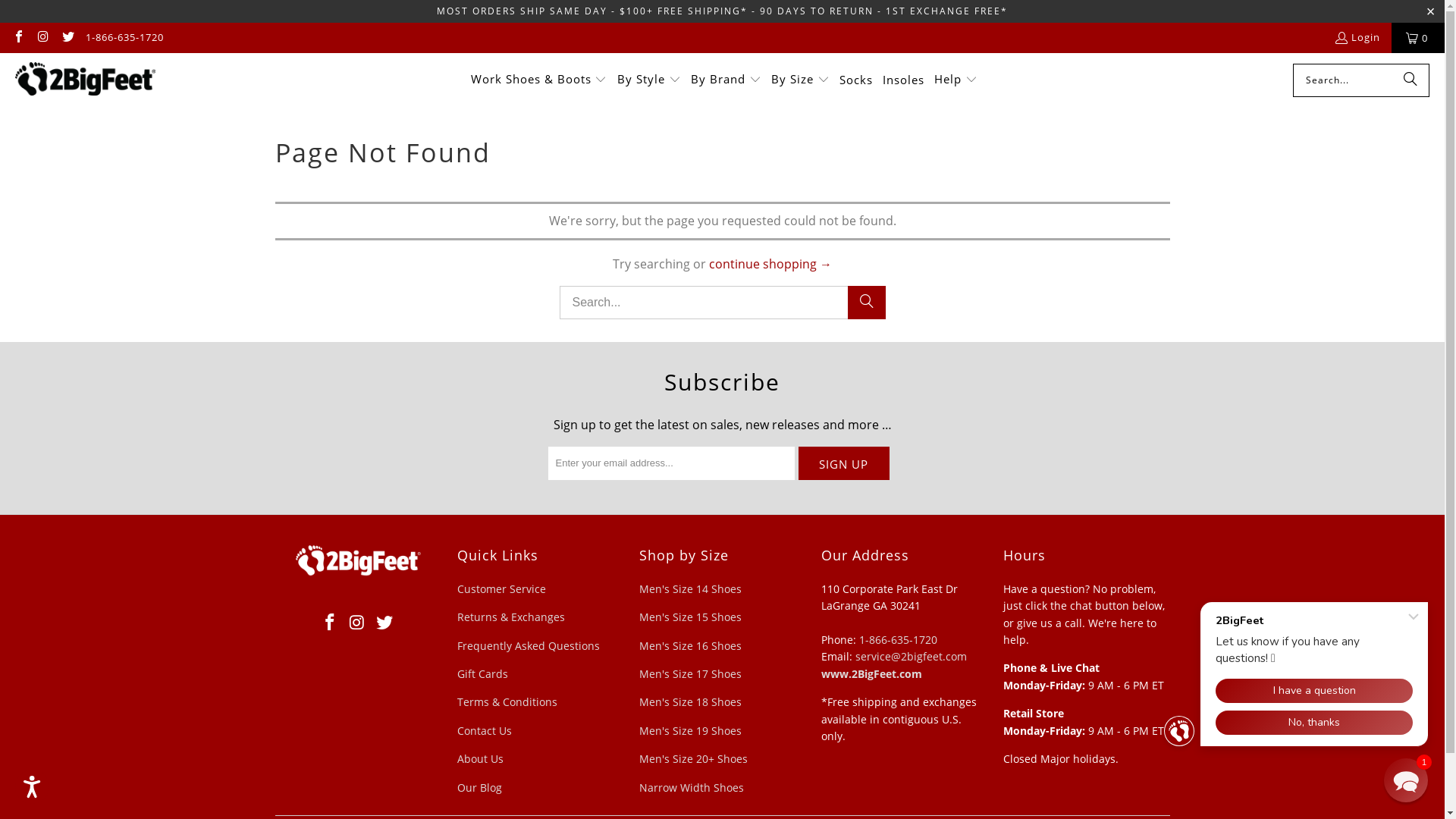  I want to click on 'Frequently Asked Questions', so click(528, 645).